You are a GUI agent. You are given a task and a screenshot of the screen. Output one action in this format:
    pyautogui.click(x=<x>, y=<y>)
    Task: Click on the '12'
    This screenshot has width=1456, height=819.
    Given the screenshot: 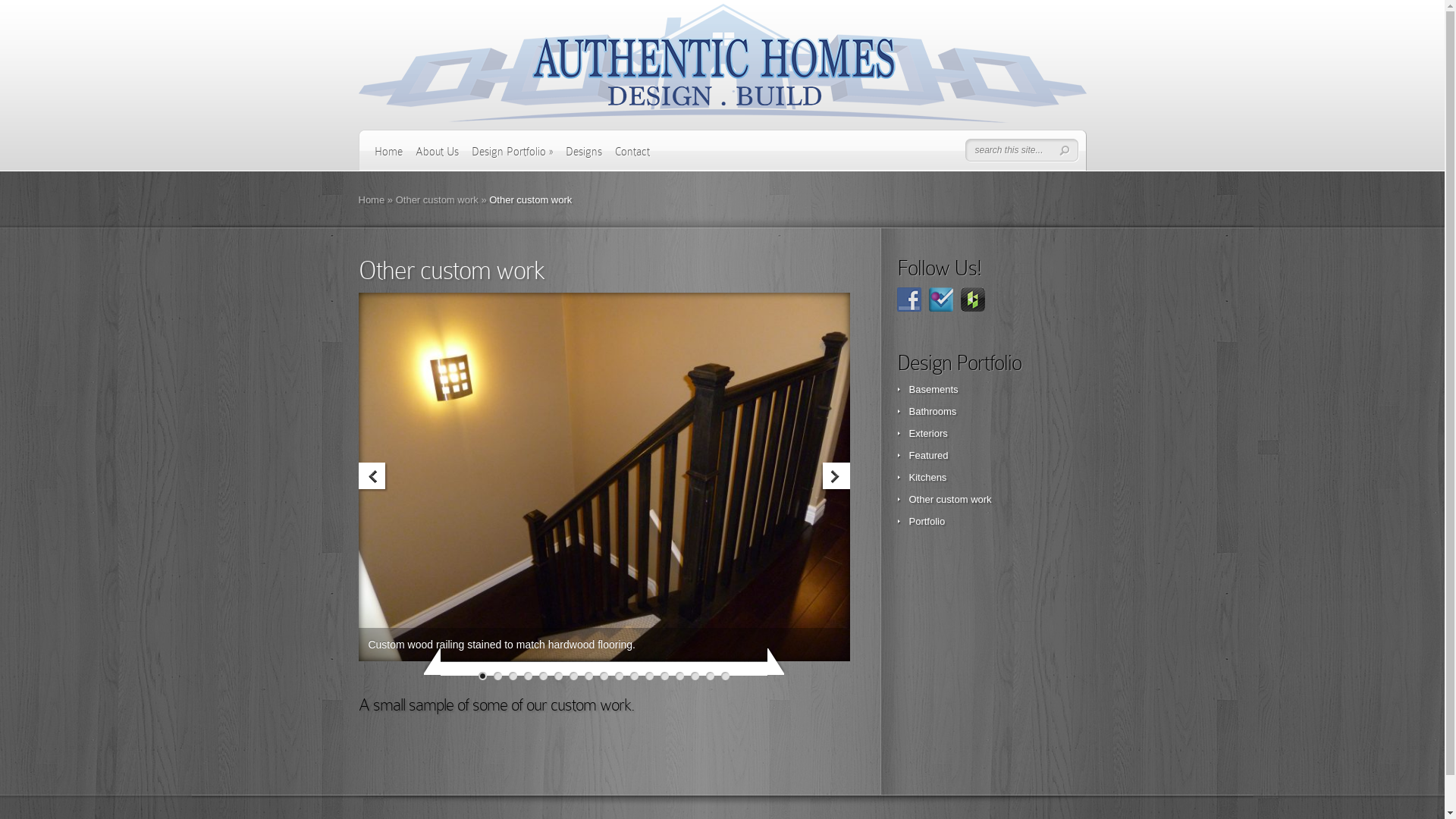 What is the action you would take?
    pyautogui.click(x=649, y=675)
    